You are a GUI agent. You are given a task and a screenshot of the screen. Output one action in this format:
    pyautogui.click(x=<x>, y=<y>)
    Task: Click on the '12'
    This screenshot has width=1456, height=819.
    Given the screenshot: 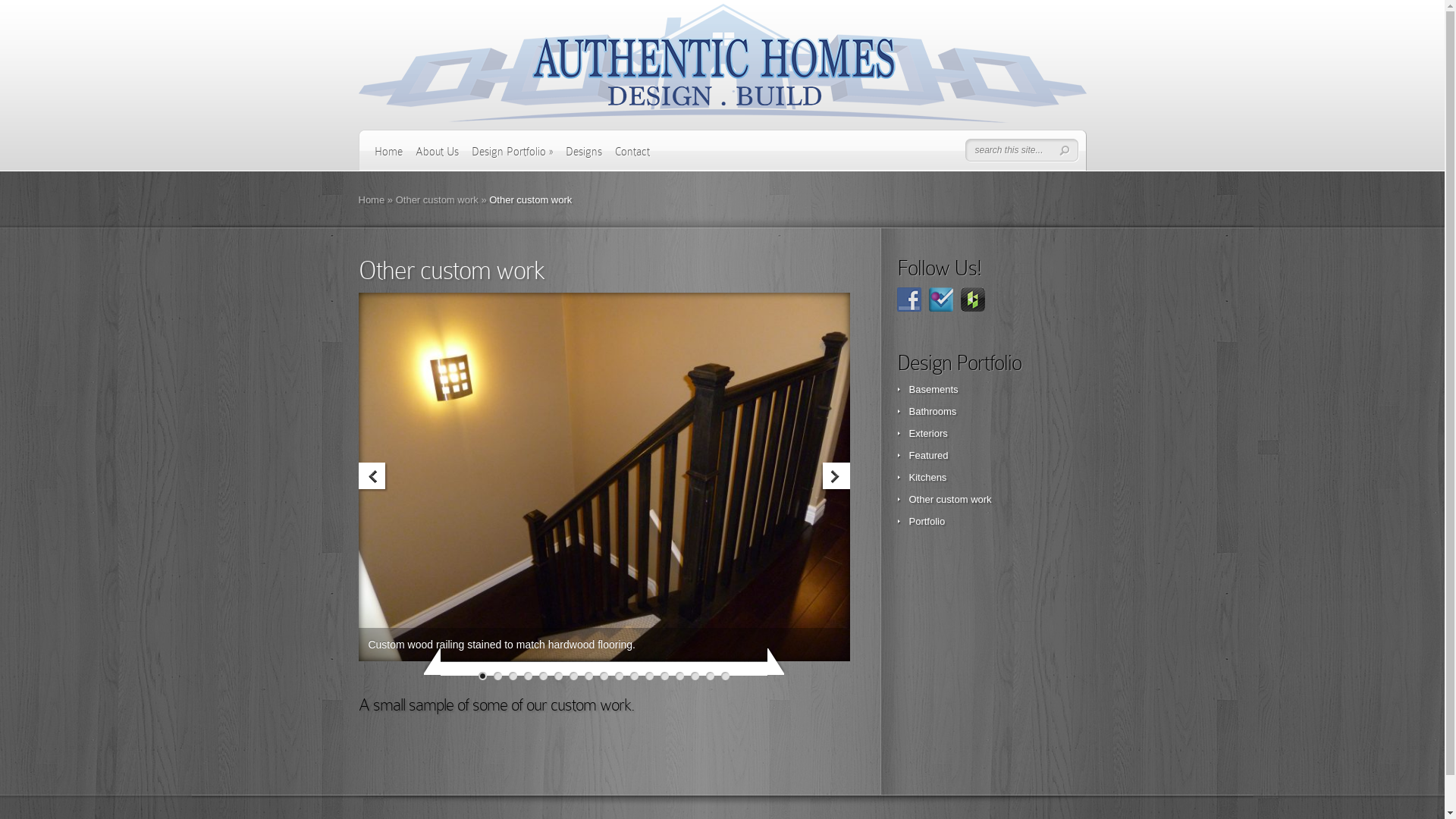 What is the action you would take?
    pyautogui.click(x=649, y=675)
    